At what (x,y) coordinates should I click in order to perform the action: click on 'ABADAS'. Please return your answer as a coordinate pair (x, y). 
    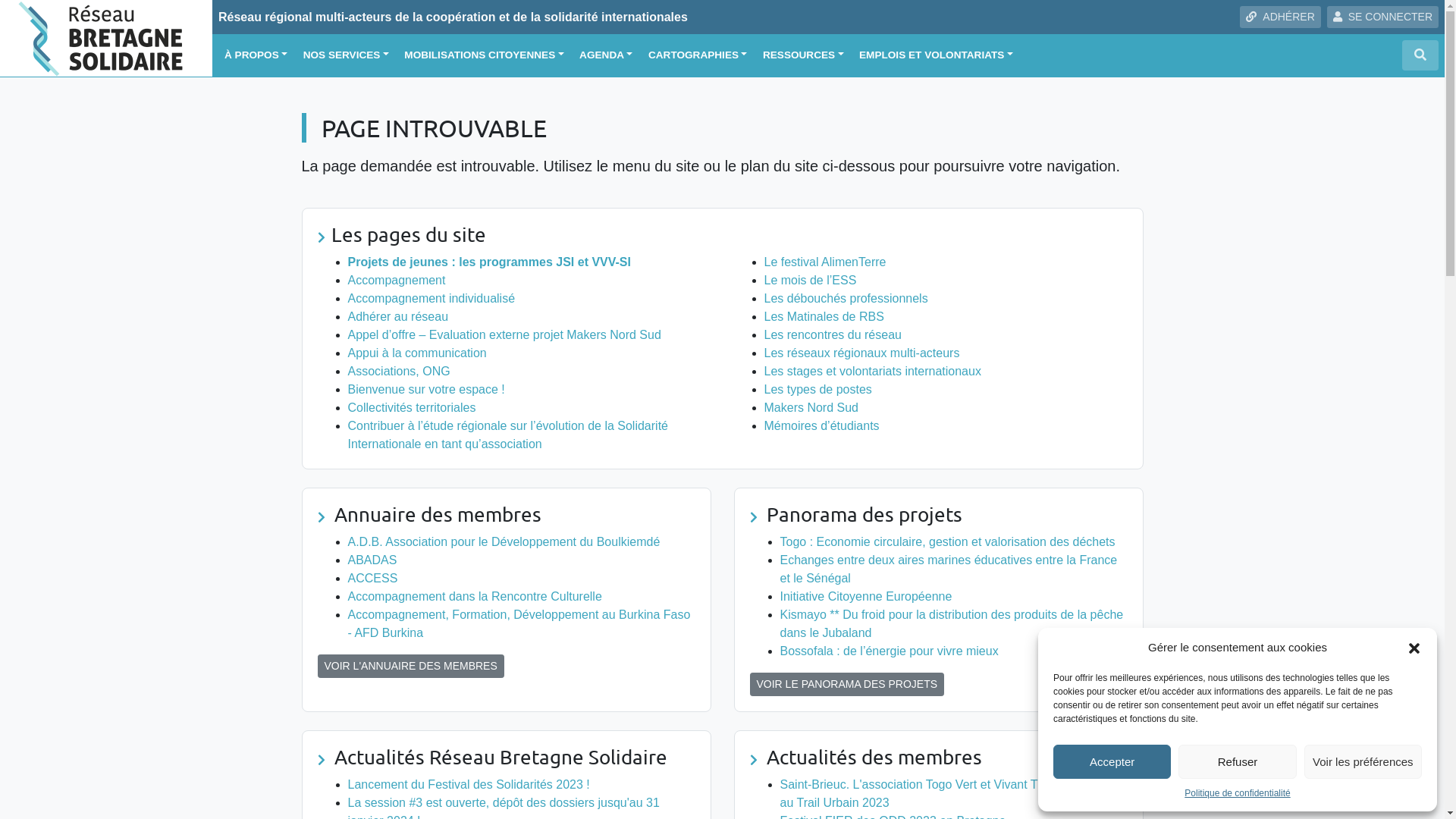
    Looking at the image, I should click on (372, 560).